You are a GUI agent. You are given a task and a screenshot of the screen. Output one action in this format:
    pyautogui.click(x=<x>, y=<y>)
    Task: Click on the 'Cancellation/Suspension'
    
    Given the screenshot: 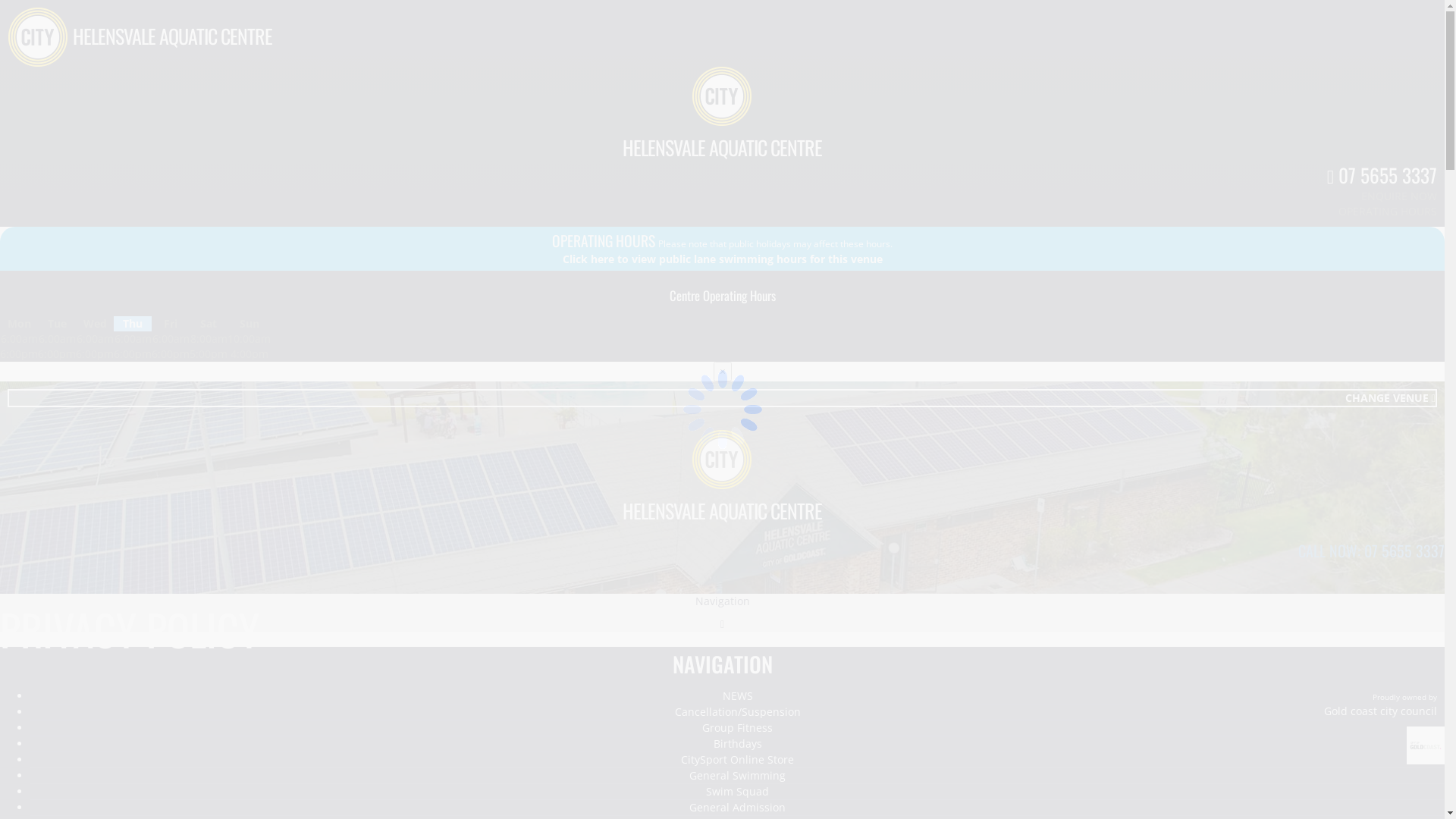 What is the action you would take?
    pyautogui.click(x=738, y=711)
    